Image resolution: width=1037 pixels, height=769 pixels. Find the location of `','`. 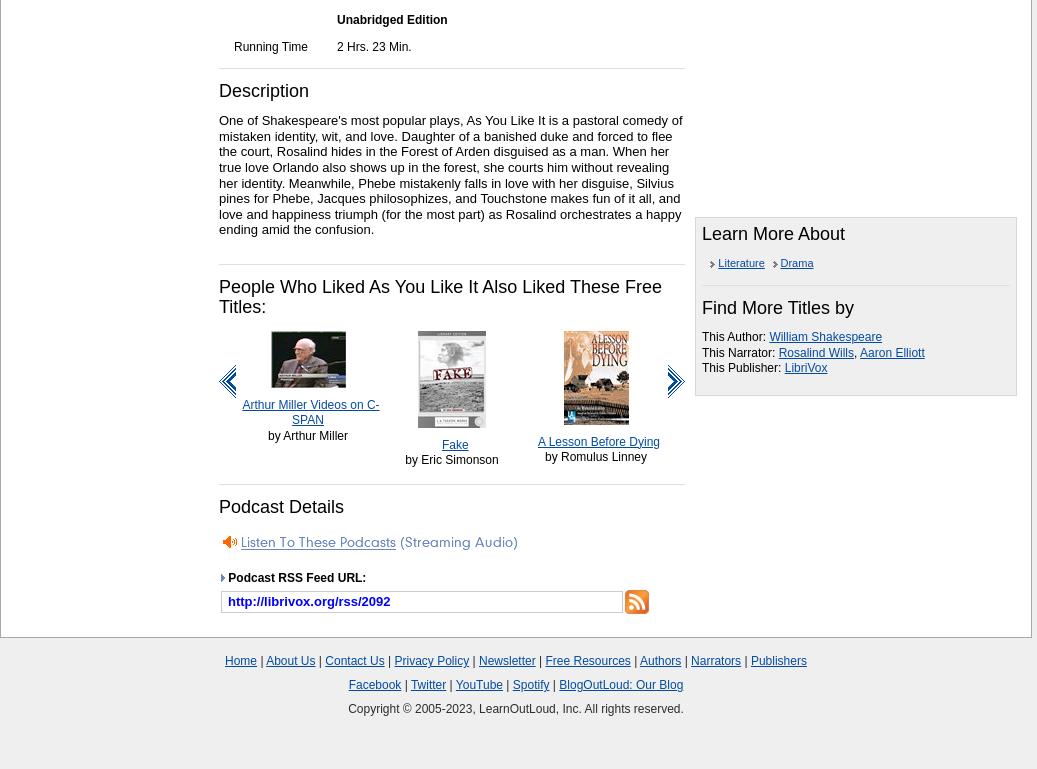

',' is located at coordinates (856, 351).